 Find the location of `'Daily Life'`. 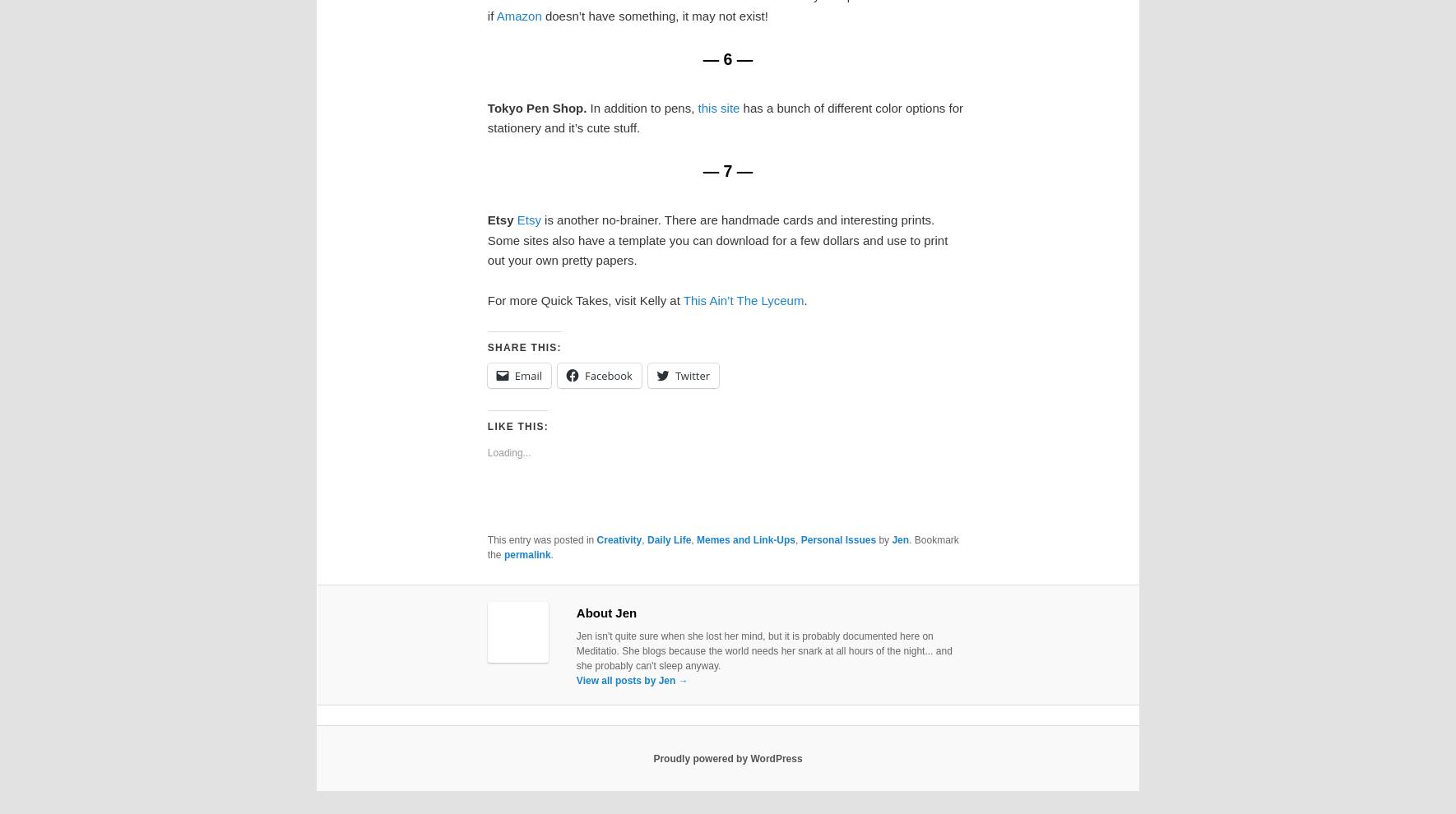

'Daily Life' is located at coordinates (668, 539).